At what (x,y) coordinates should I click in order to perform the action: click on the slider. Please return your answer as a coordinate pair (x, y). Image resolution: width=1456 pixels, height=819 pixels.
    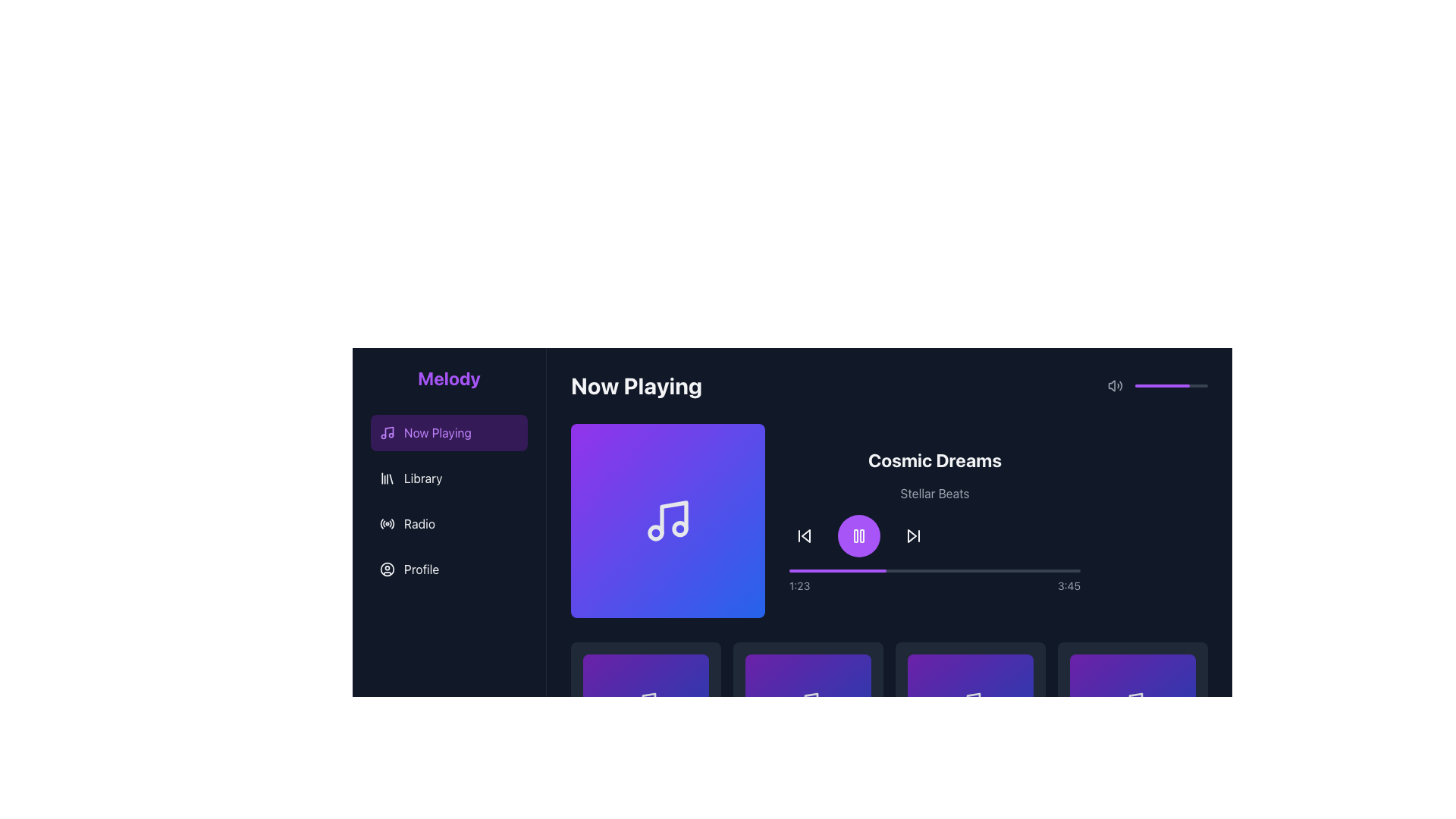
    Looking at the image, I should click on (1166, 385).